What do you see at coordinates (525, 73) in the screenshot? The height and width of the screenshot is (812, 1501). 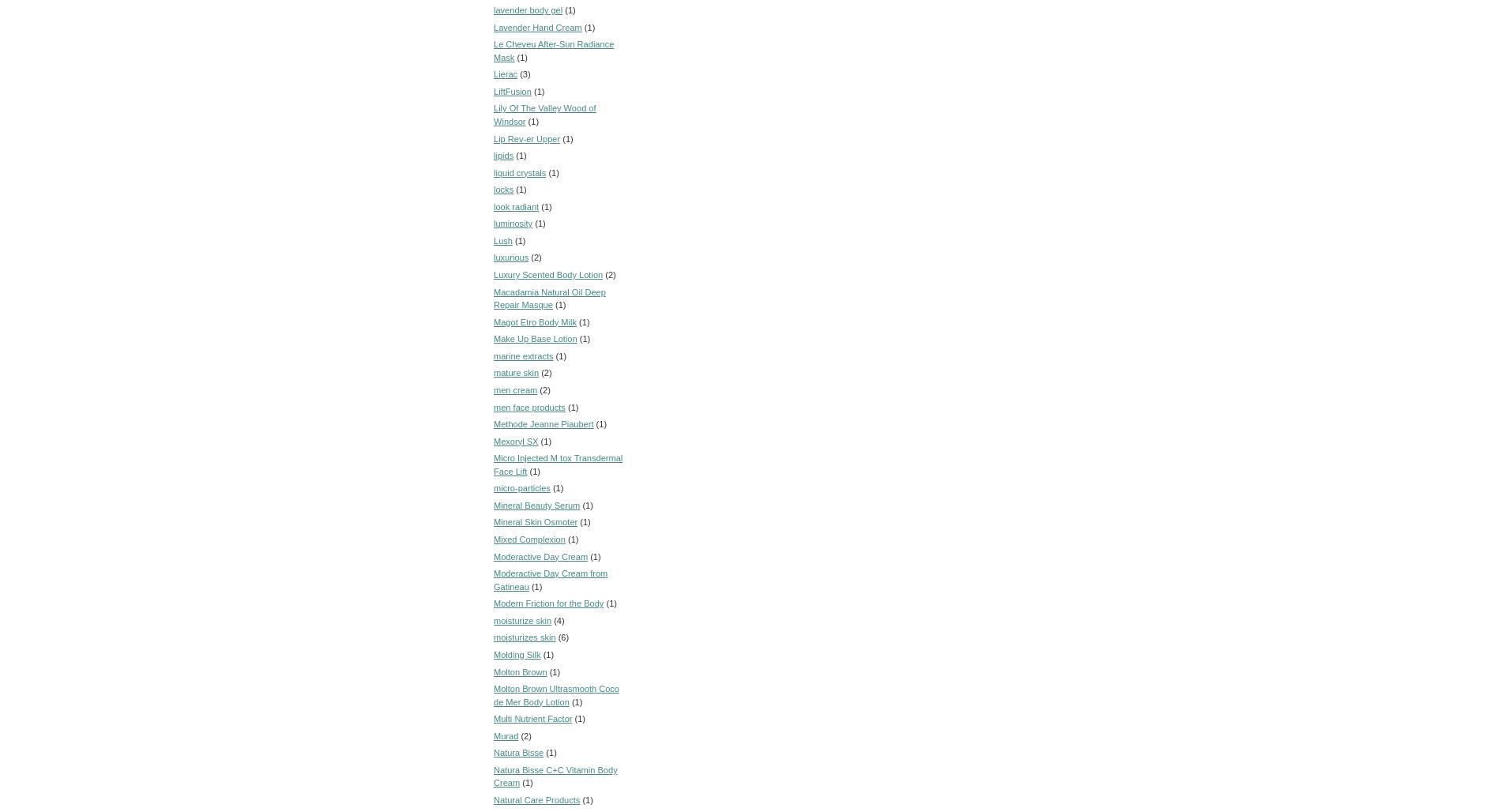 I see `'(3)'` at bounding box center [525, 73].